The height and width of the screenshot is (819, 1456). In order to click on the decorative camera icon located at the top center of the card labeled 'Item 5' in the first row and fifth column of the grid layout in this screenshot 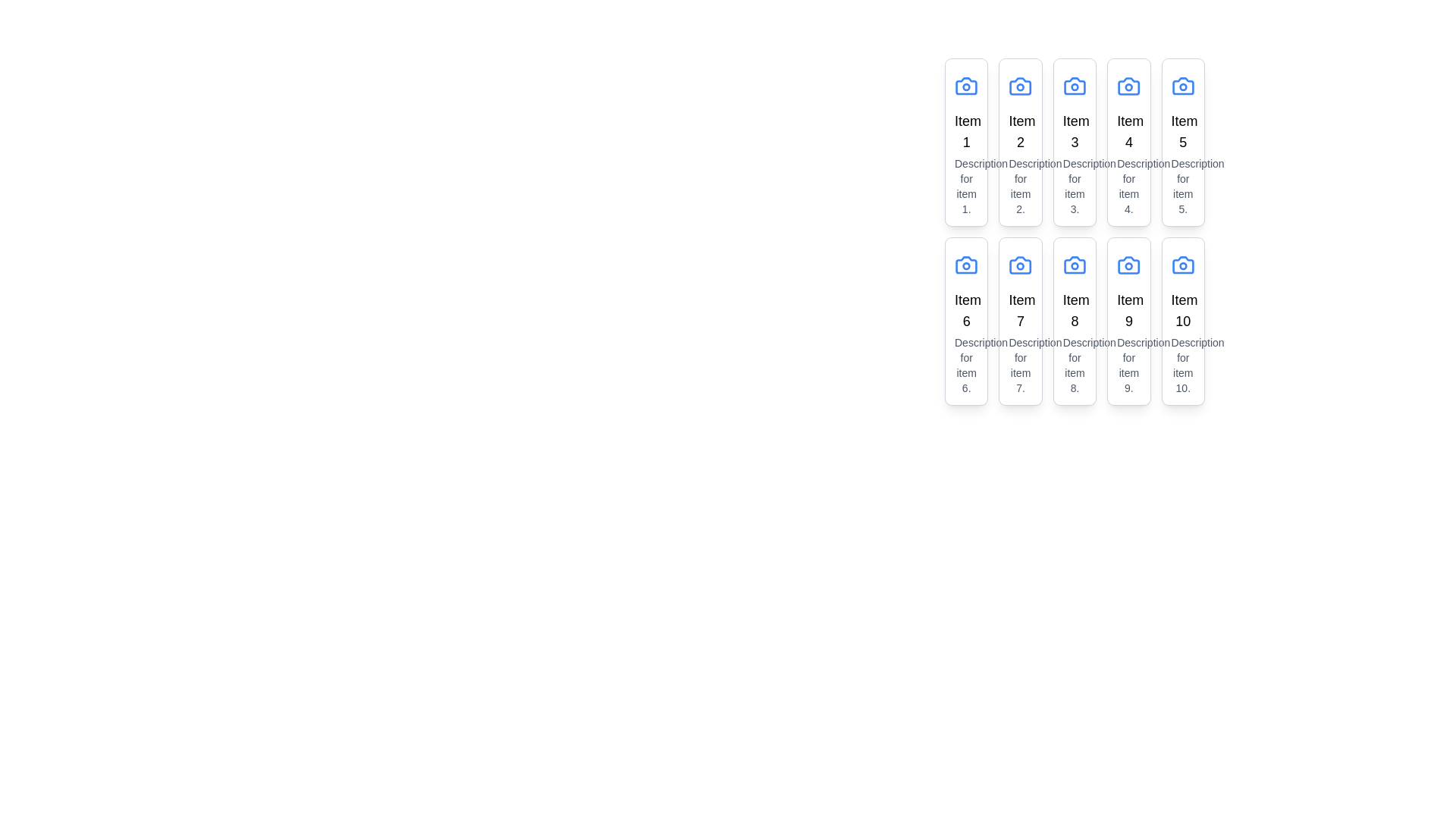, I will do `click(1182, 86)`.